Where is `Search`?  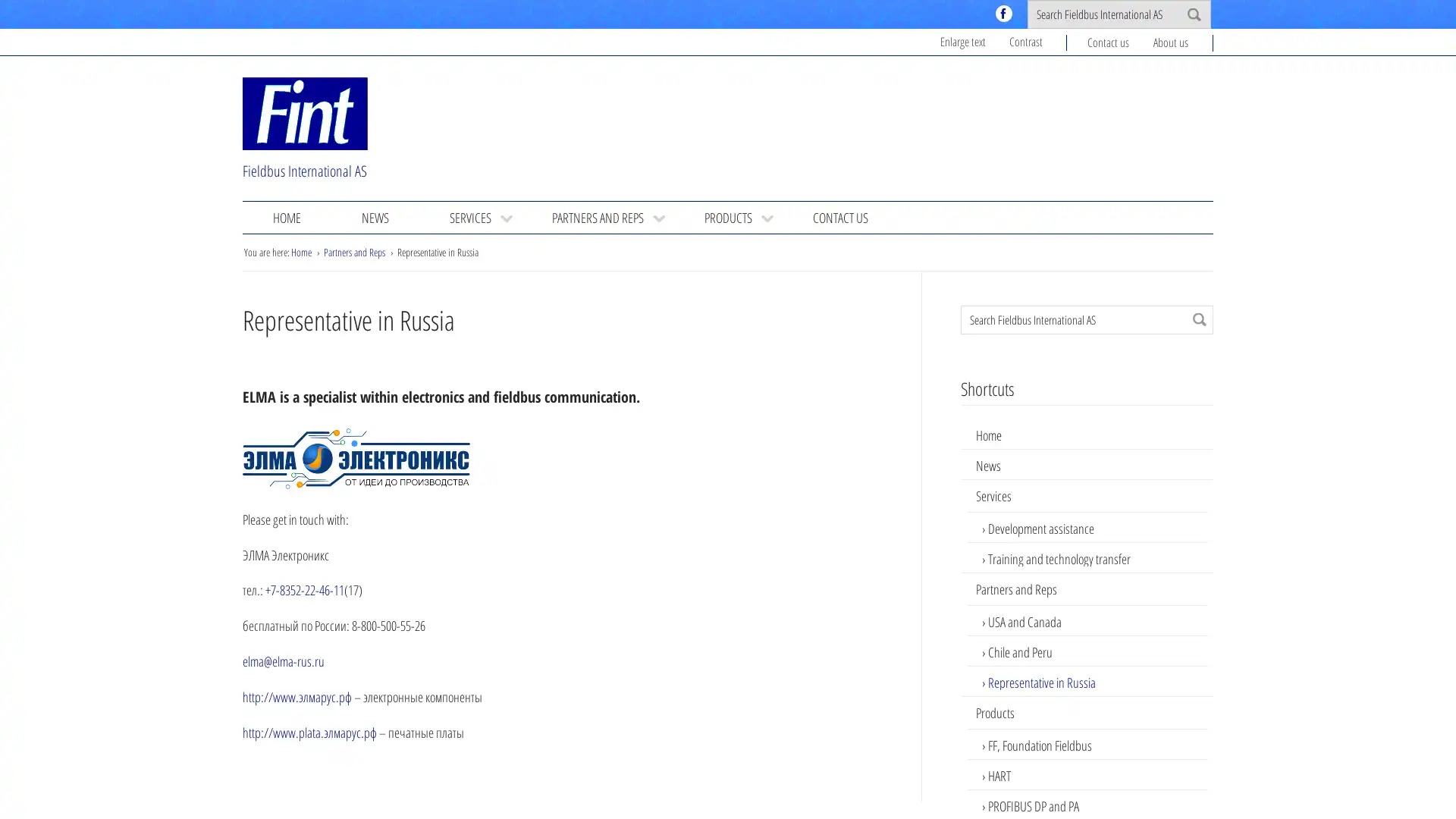 Search is located at coordinates (1193, 14).